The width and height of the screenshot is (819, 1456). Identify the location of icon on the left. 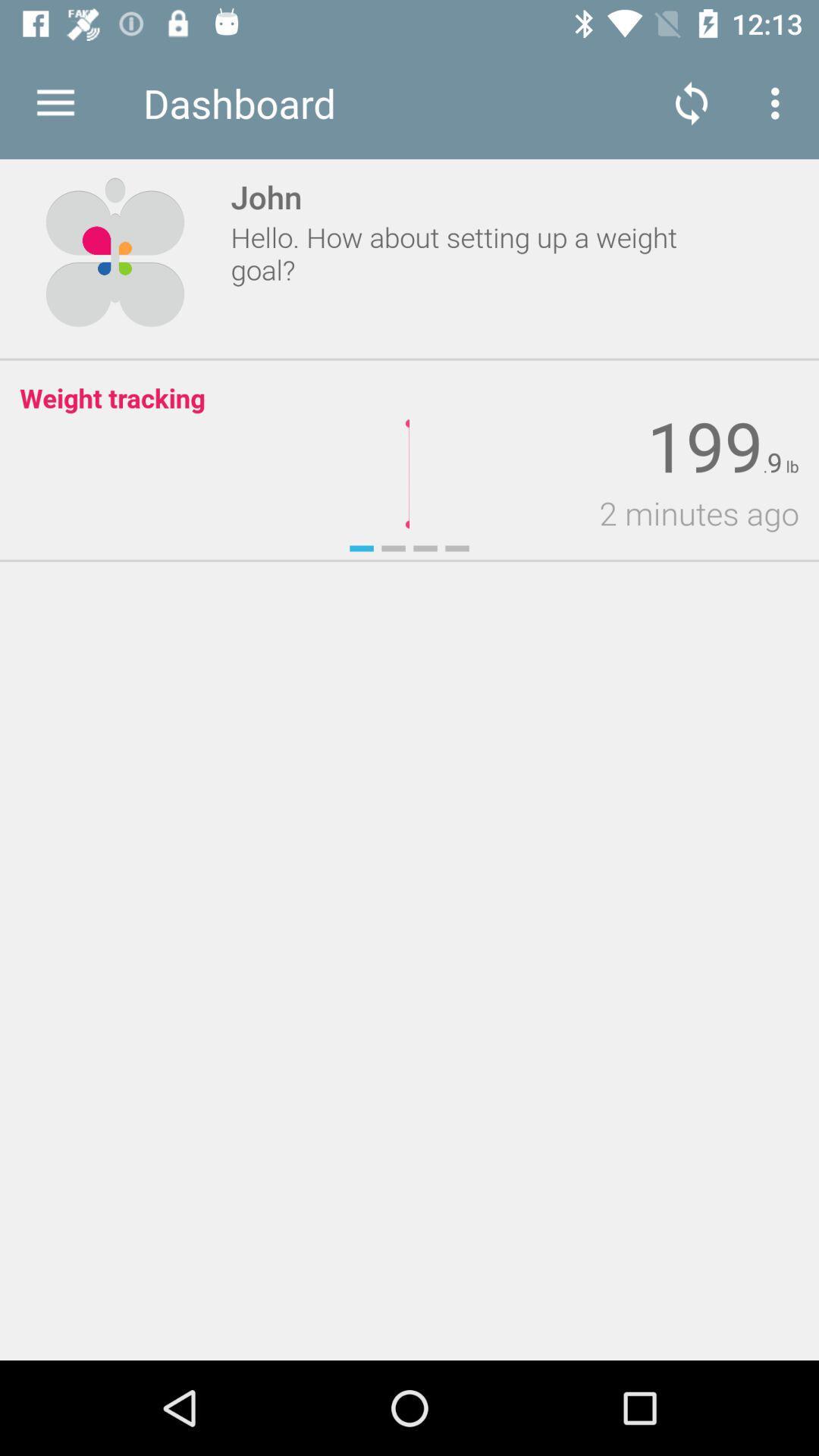
(10, 760).